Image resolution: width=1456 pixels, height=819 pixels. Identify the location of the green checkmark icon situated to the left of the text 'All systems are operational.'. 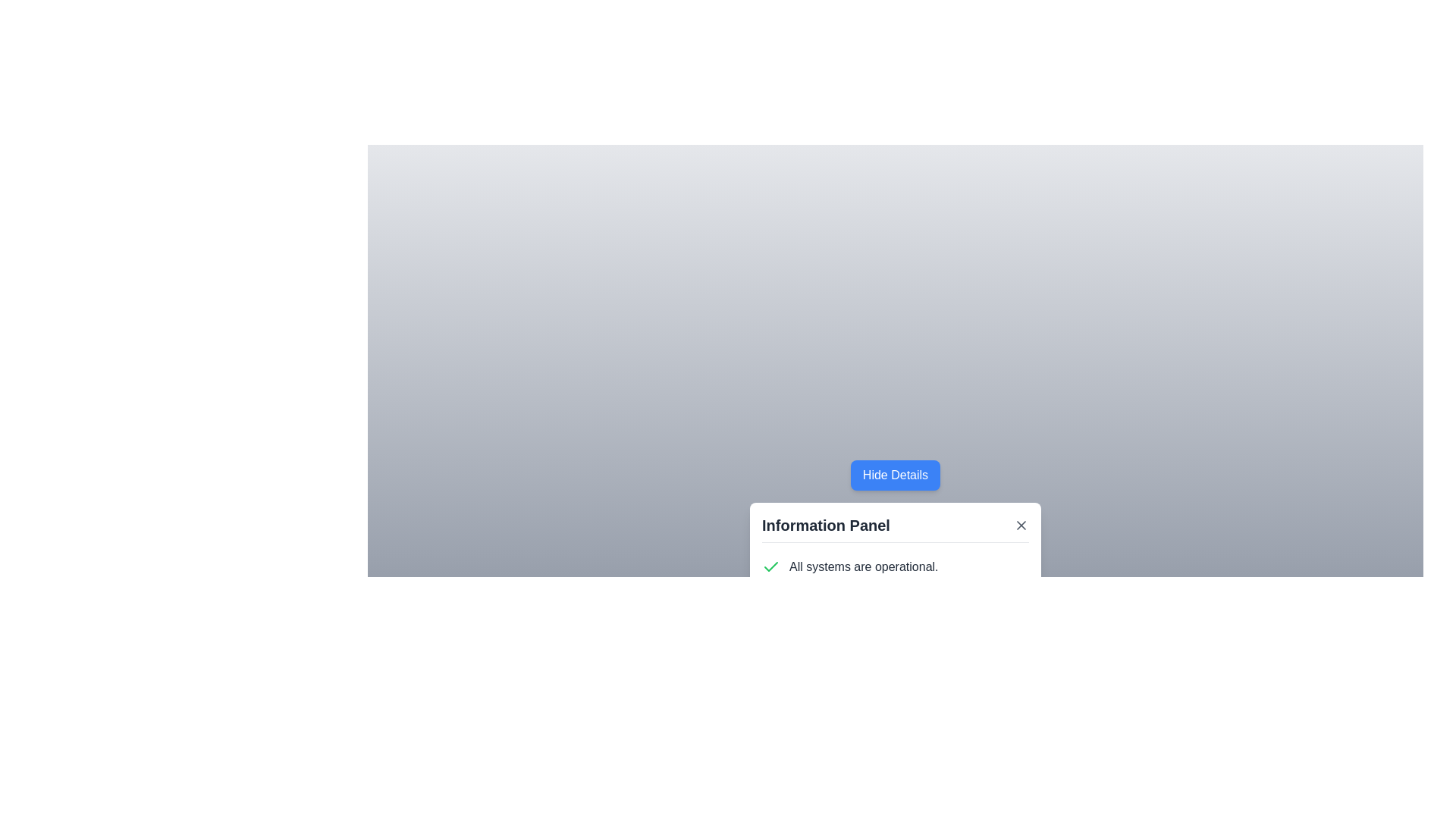
(771, 566).